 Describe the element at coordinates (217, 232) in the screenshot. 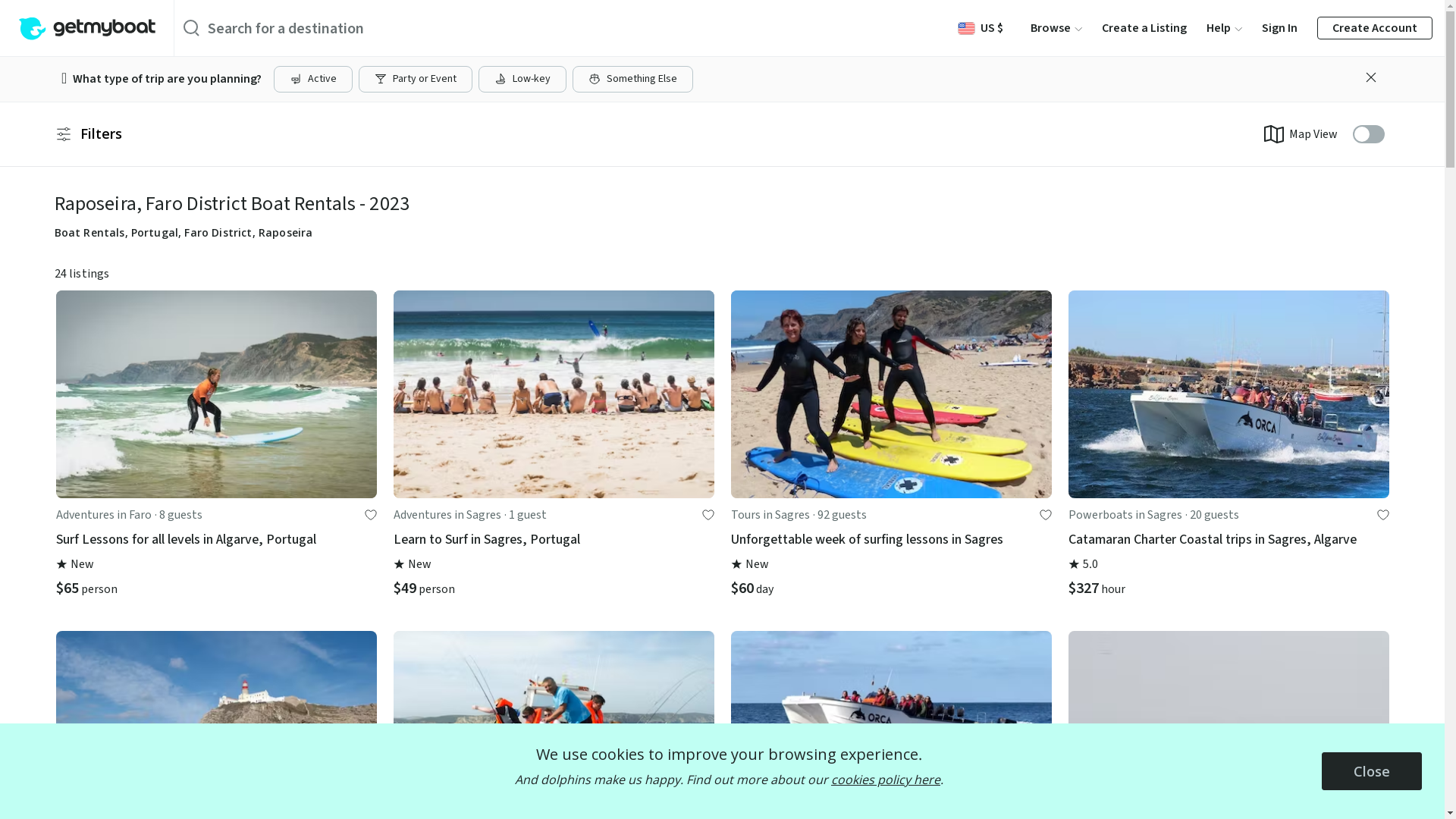

I see `'Faro District'` at that location.